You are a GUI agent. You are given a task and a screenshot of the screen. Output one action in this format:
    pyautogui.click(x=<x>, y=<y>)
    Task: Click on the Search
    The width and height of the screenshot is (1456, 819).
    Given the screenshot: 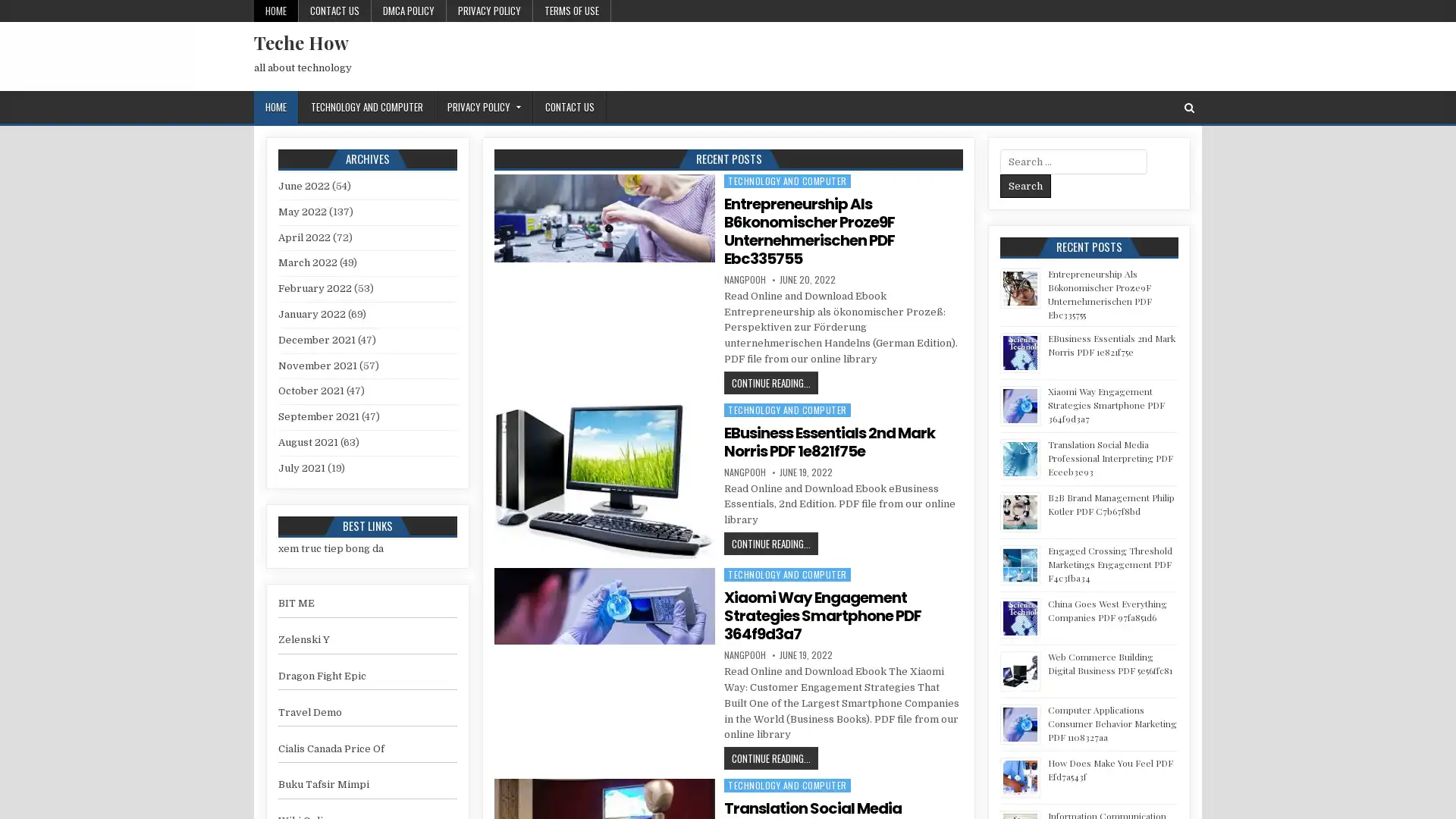 What is the action you would take?
    pyautogui.click(x=1025, y=185)
    